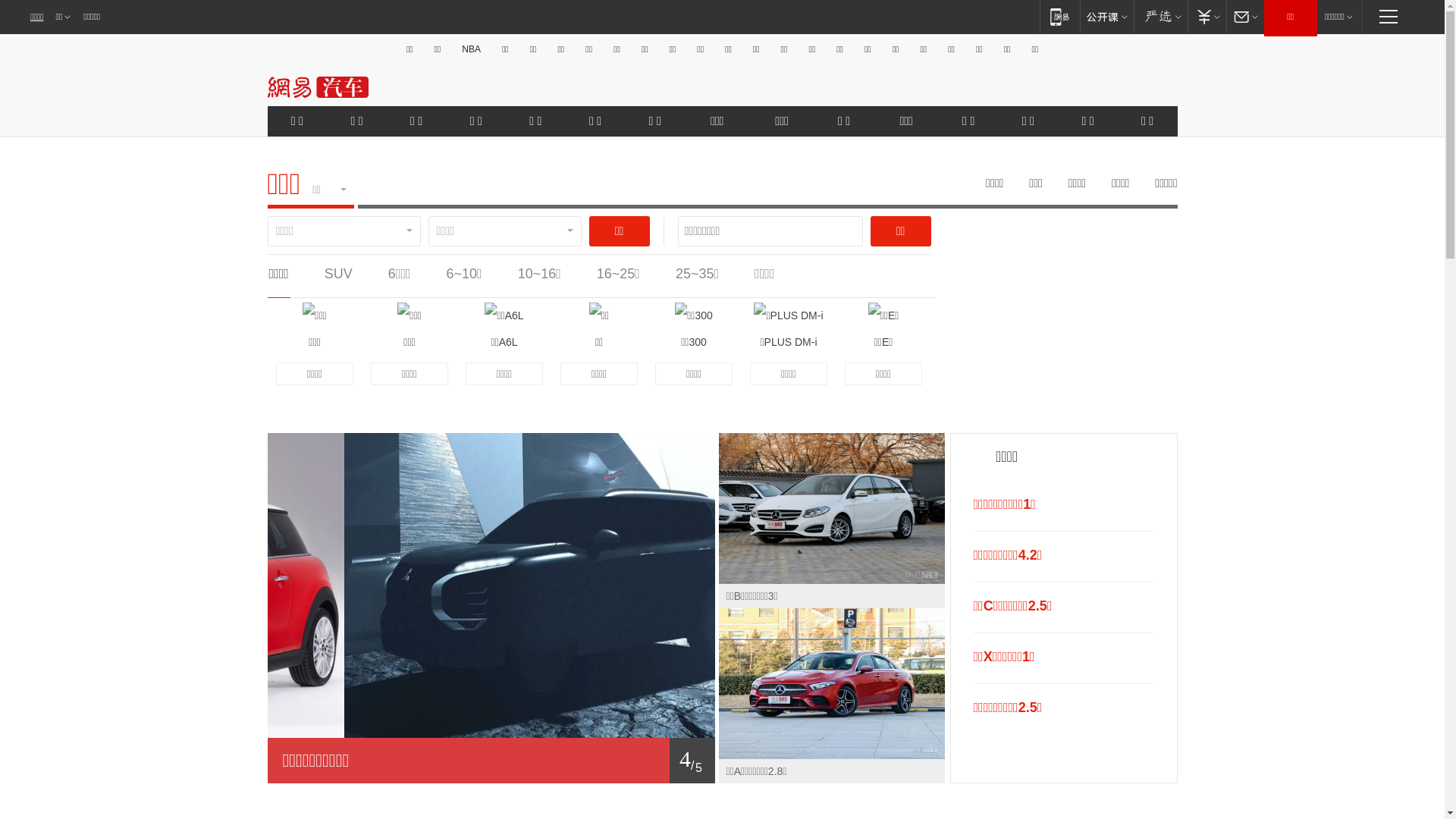 The width and height of the screenshot is (1456, 819). Describe the element at coordinates (491, 760) in the screenshot. I see `'1/ 5'` at that location.